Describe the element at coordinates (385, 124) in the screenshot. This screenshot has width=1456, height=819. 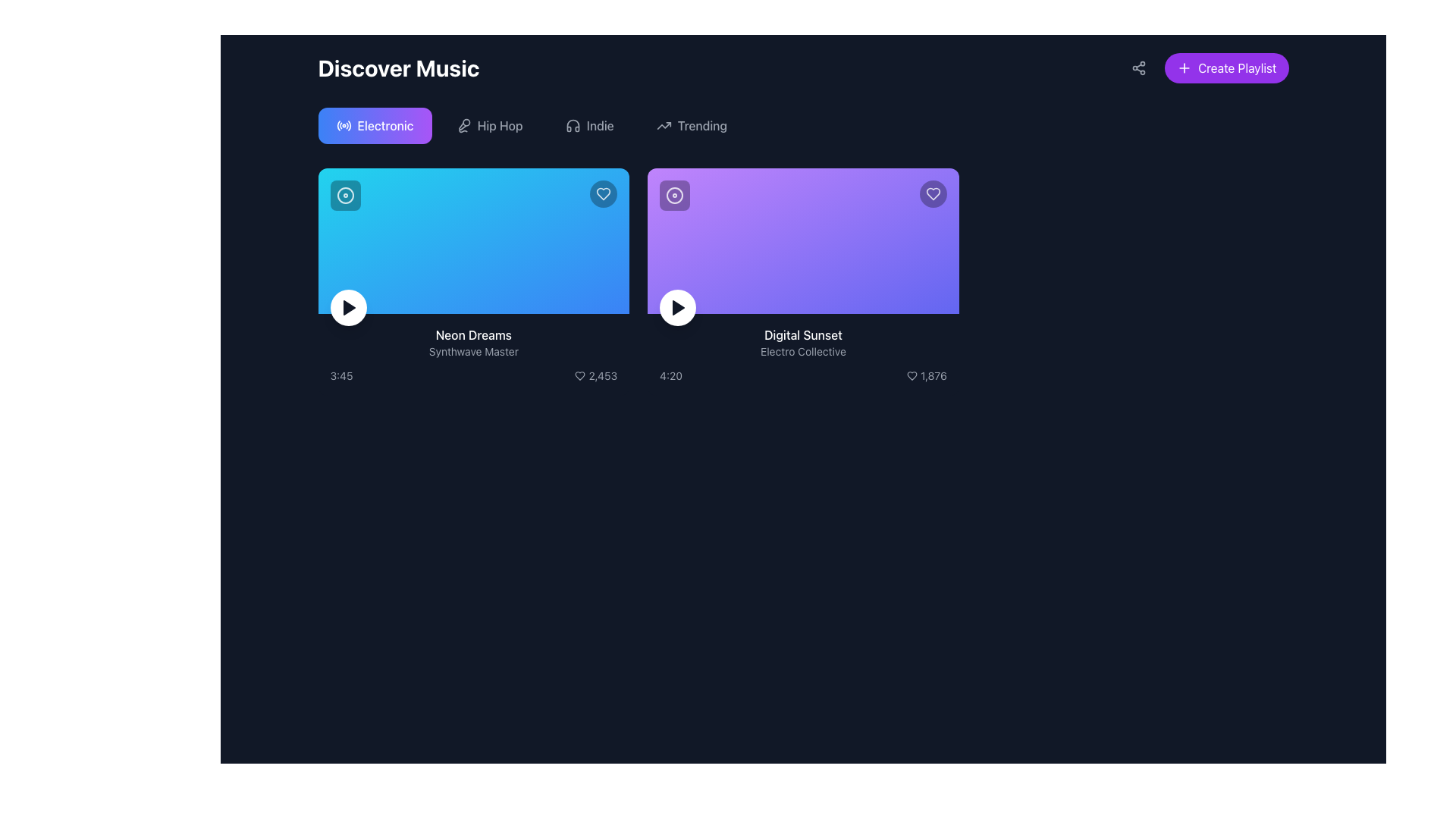
I see `the 'Electronic' text label located within the button group under the 'Discover Music' header` at that location.